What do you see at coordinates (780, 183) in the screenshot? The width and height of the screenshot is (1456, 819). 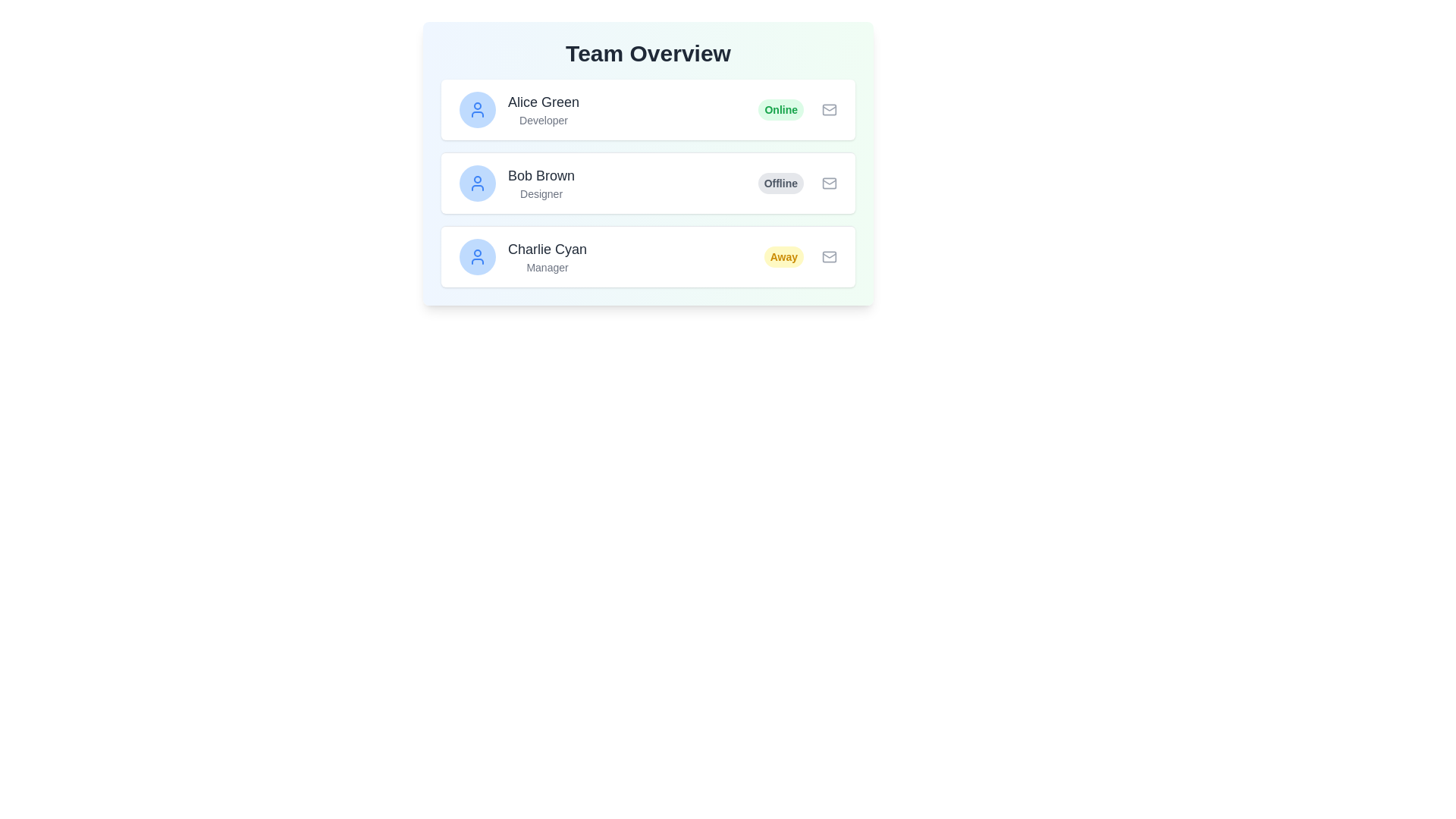 I see `the Status badge displaying 'Offline' for user 'Bob Brown' in the Team Overview section` at bounding box center [780, 183].